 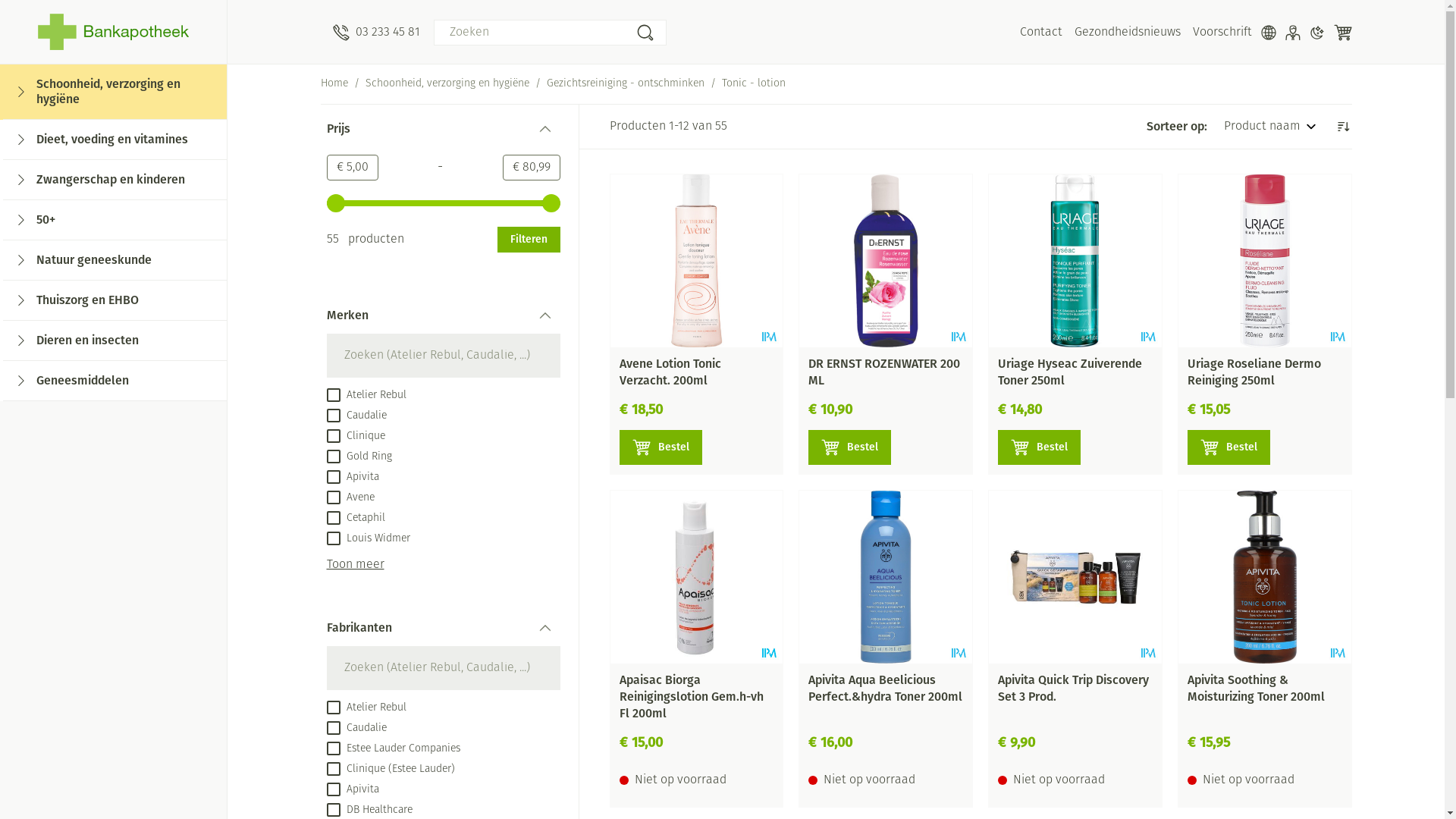 What do you see at coordinates (1222, 32) in the screenshot?
I see `'Voorschrift'` at bounding box center [1222, 32].